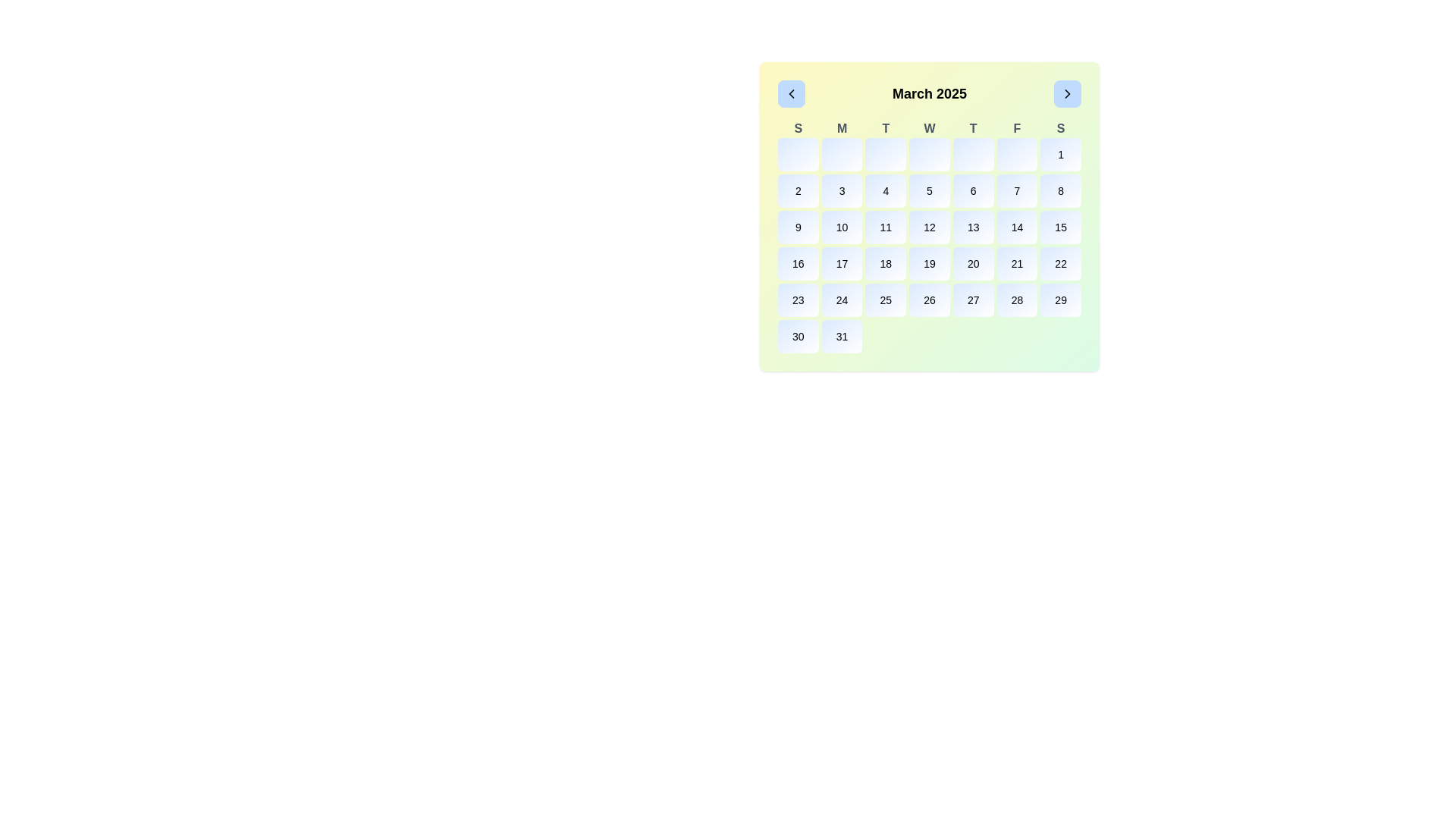  Describe the element at coordinates (886, 227) in the screenshot. I see `the interactive button representing the date '11' in the calendar interface` at that location.